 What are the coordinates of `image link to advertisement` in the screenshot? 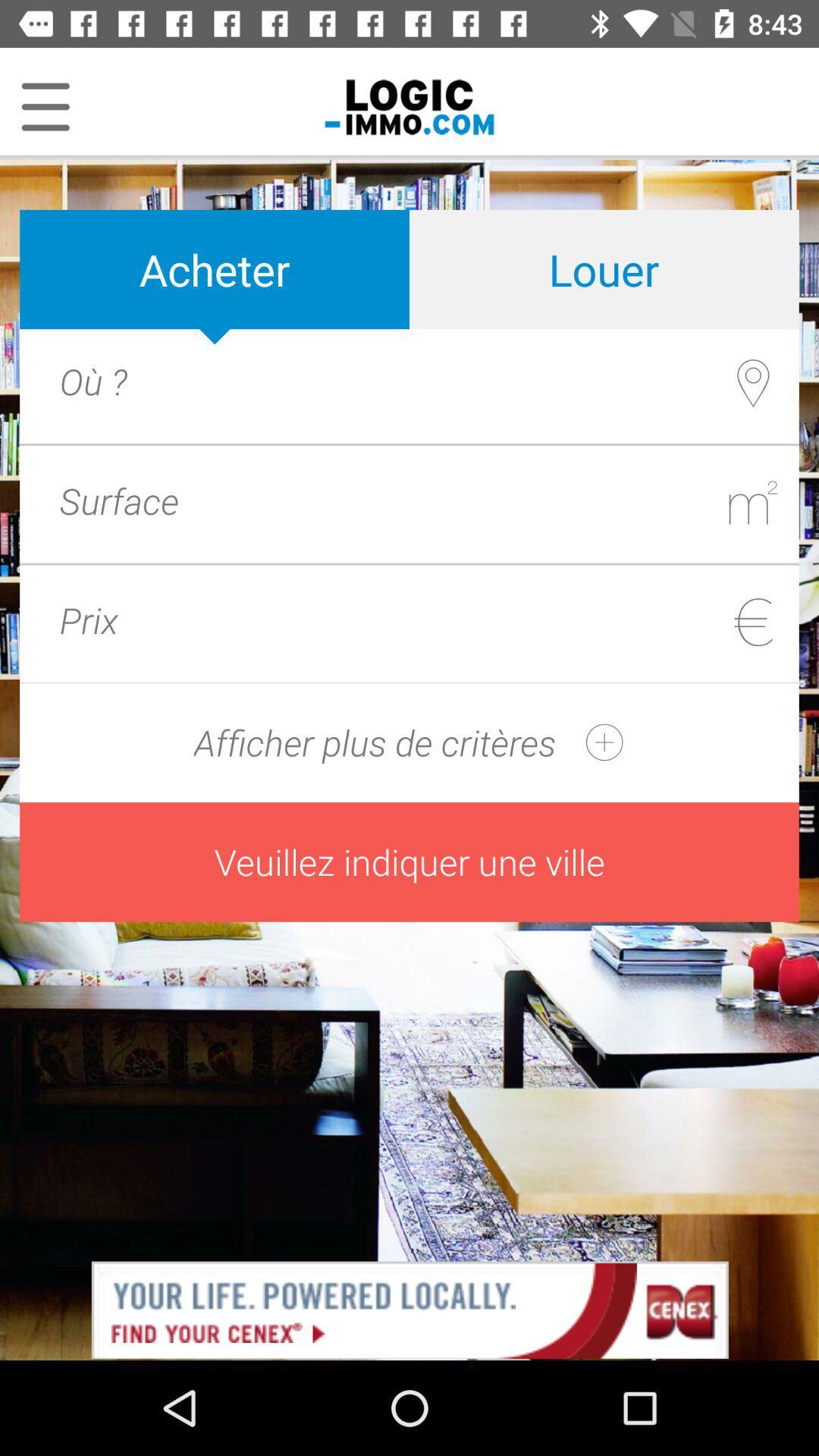 It's located at (409, 1308).